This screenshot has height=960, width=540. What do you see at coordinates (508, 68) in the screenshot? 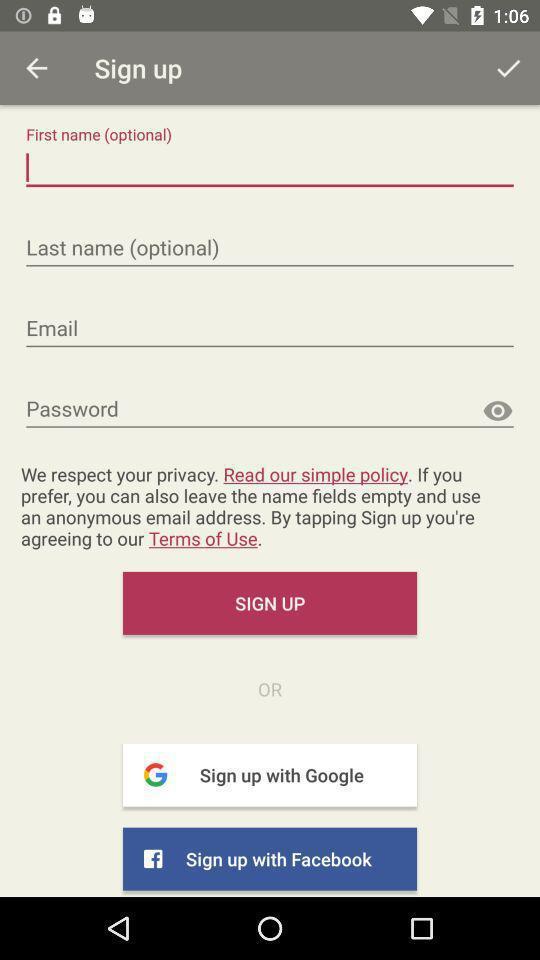
I see `the tick mark which is on the top right corner` at bounding box center [508, 68].